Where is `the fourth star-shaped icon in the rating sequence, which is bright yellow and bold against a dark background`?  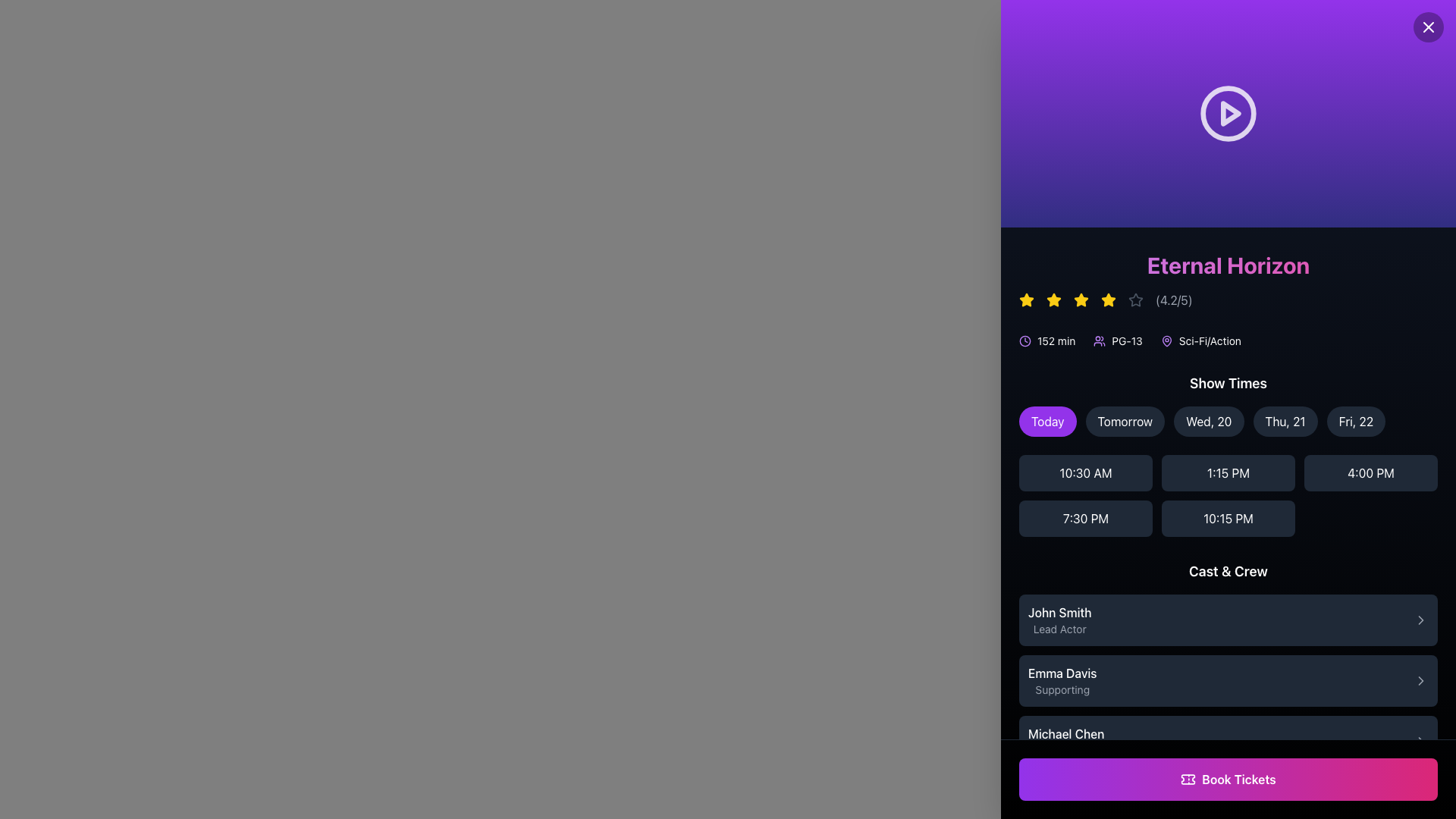 the fourth star-shaped icon in the rating sequence, which is bright yellow and bold against a dark background is located at coordinates (1080, 300).